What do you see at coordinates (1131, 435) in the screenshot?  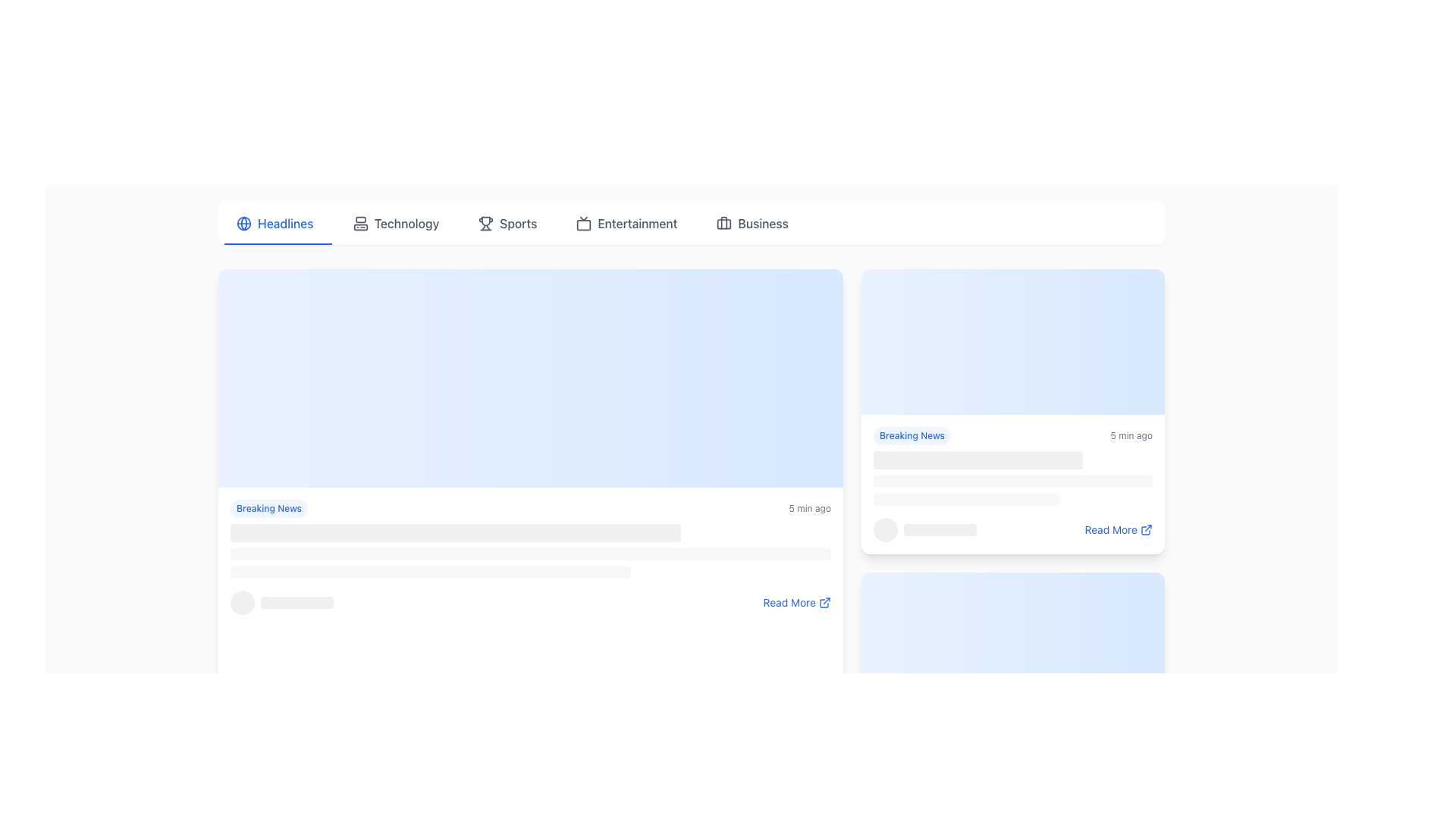 I see `the timestamp text label located on the right side of the 'Breaking News' component in the third column of the page` at bounding box center [1131, 435].